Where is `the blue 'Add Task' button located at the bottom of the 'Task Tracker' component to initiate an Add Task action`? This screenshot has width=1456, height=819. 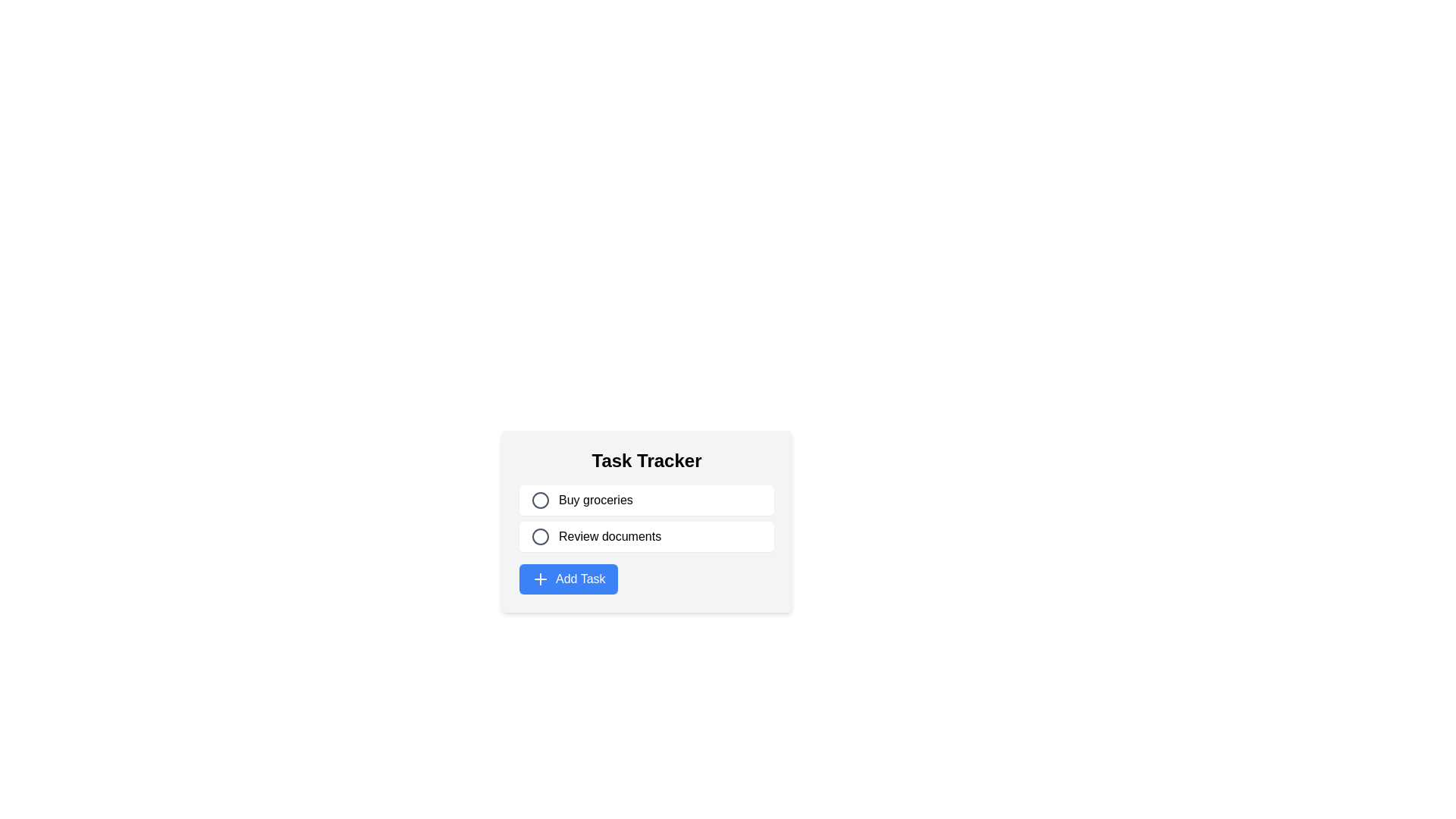
the blue 'Add Task' button located at the bottom of the 'Task Tracker' component to initiate an Add Task action is located at coordinates (567, 579).